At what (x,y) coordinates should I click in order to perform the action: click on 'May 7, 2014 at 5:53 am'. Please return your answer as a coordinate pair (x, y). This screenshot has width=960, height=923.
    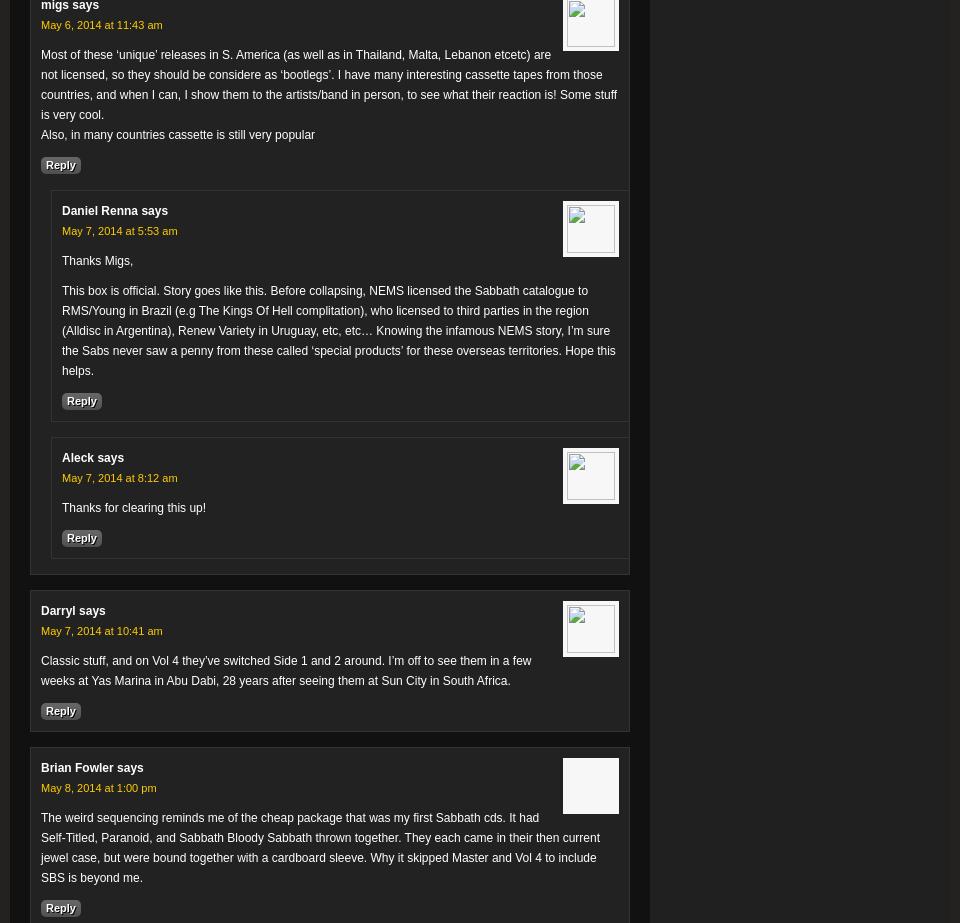
    Looking at the image, I should click on (119, 231).